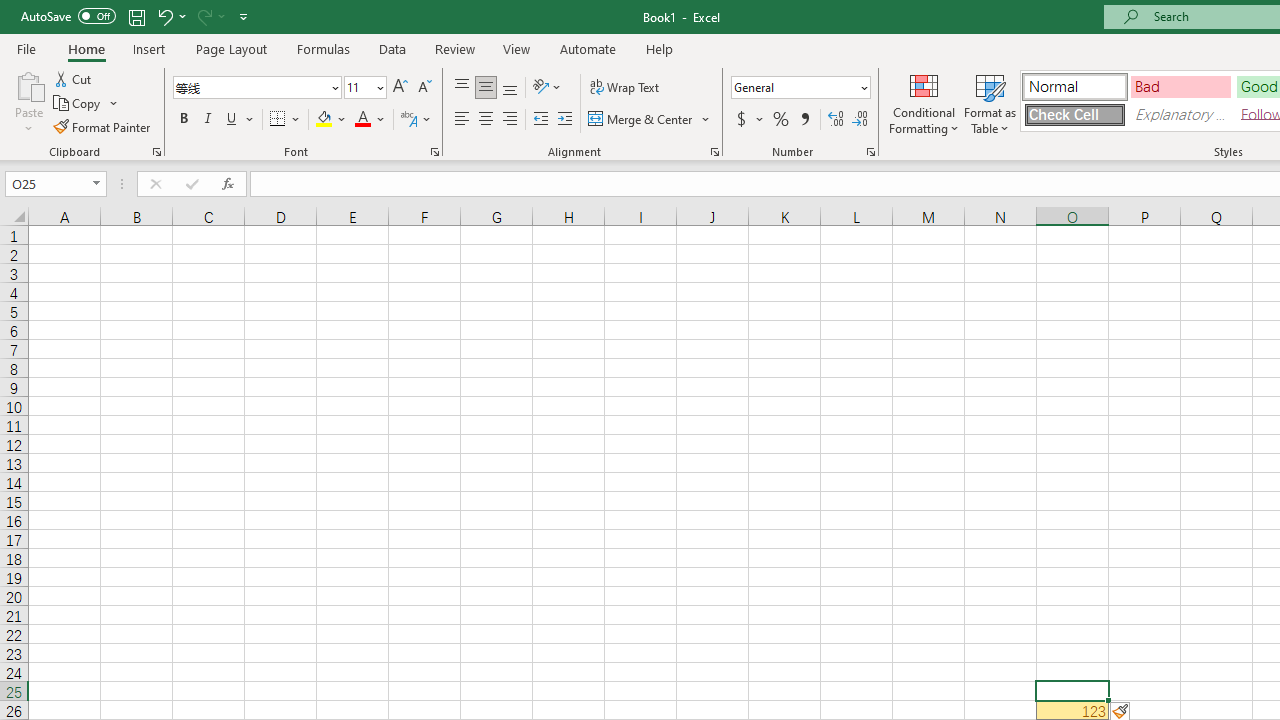  Describe the element at coordinates (277, 119) in the screenshot. I see `'Bottom Border'` at that location.